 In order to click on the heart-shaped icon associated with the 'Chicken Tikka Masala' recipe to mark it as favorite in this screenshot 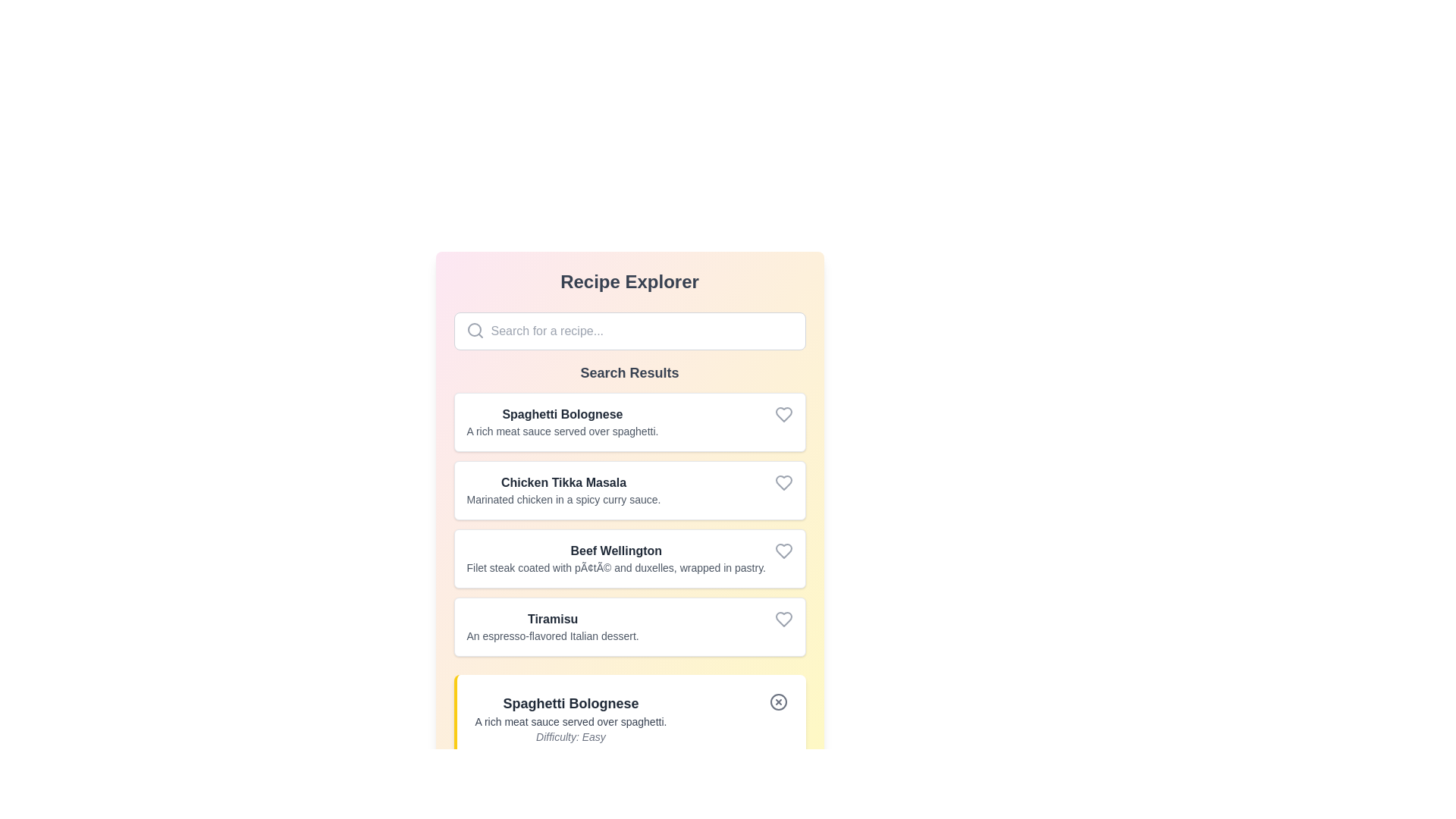, I will do `click(783, 482)`.